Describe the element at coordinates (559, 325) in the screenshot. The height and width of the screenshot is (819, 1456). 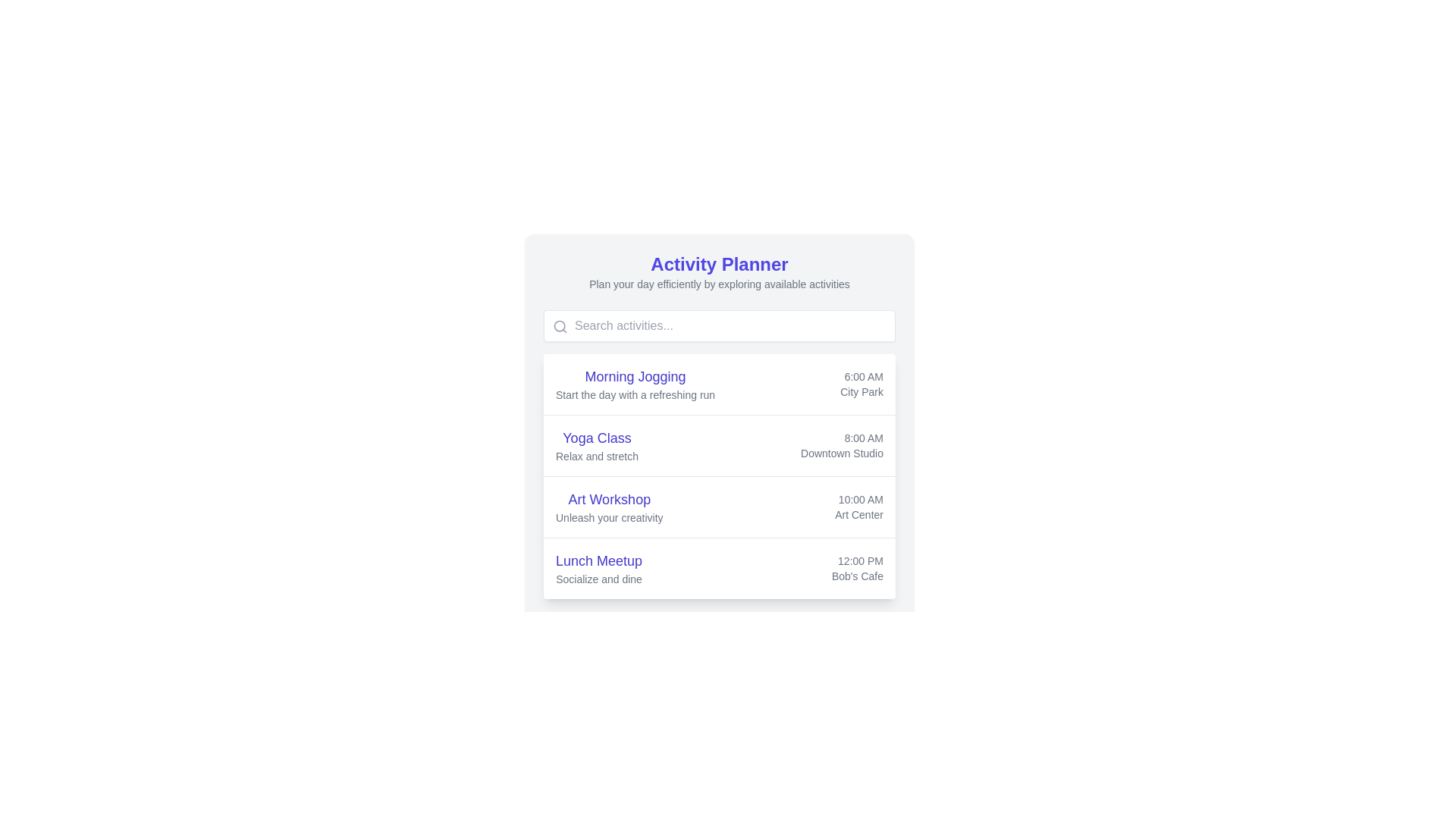
I see `the decorative circle within the search icon located in the top-left corner of the text input box labeled 'Search activities...'` at that location.